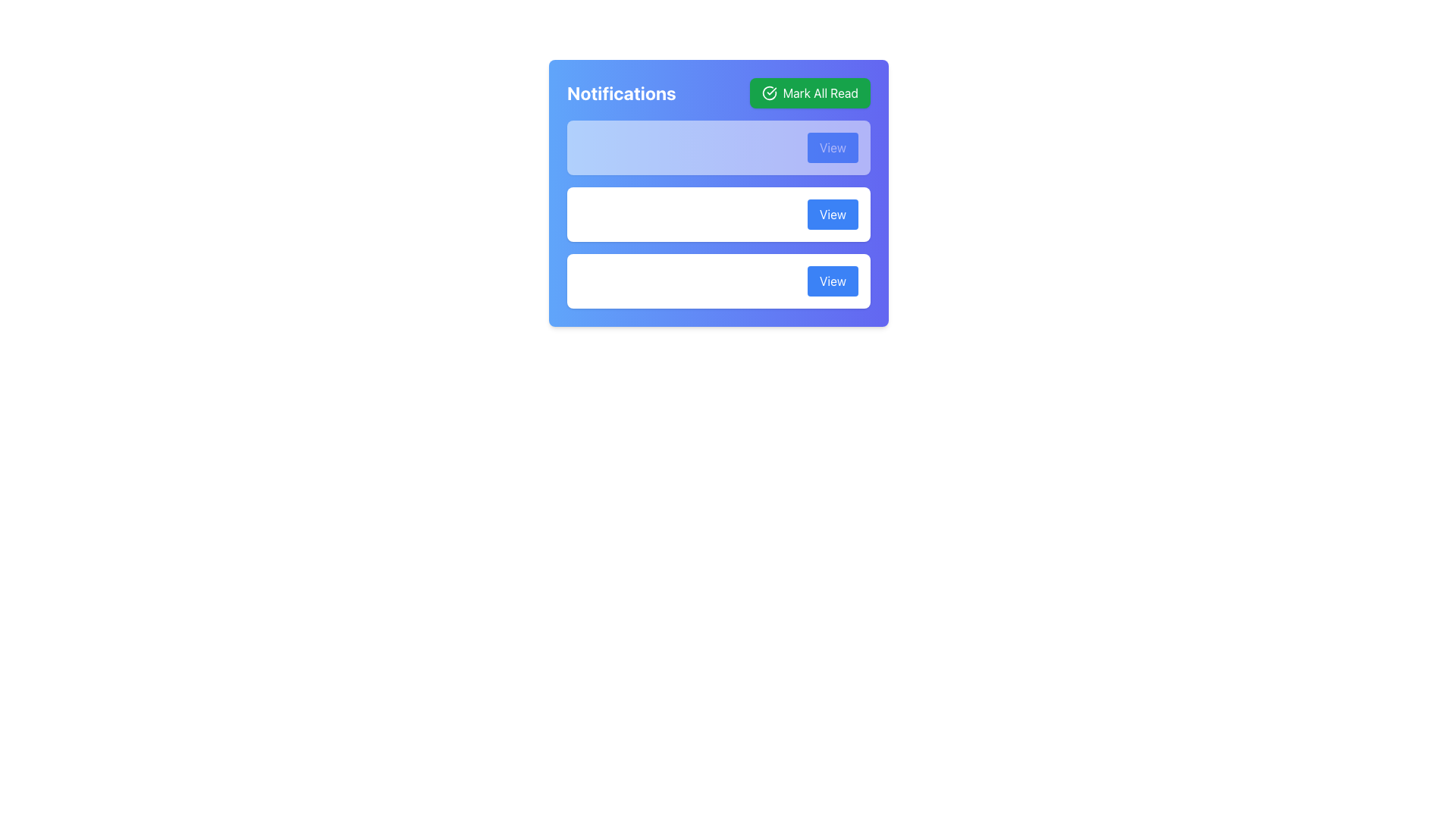 Image resolution: width=1456 pixels, height=819 pixels. What do you see at coordinates (769, 93) in the screenshot?
I see `the 'Mark All Read' button to interact with the icon that marks notifications as read, which is visually represented by an intuitive design located at its left` at bounding box center [769, 93].